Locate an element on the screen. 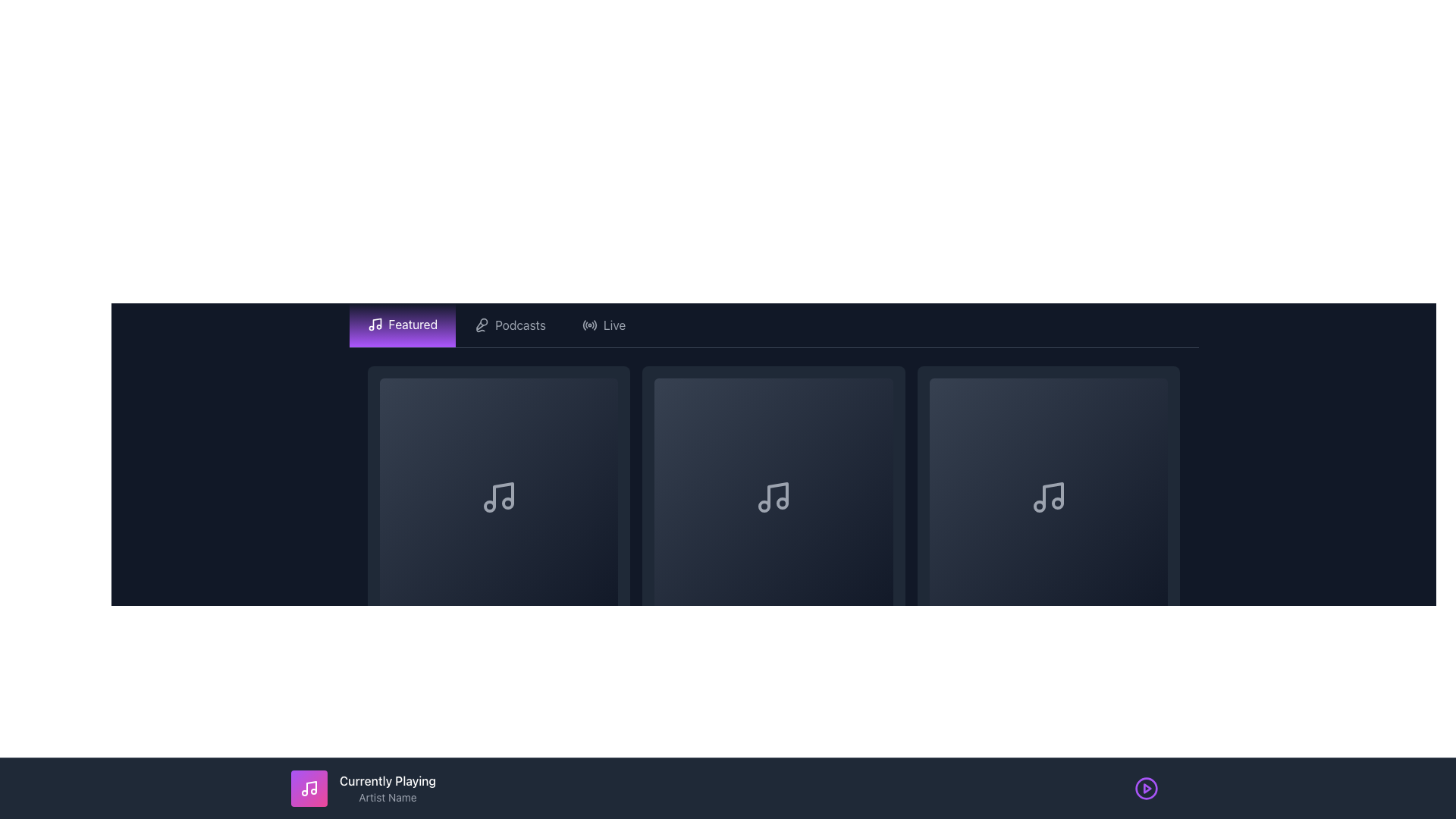 This screenshot has width=1456, height=819. the second clickable playlist card located in the second column of the first row is located at coordinates (773, 519).